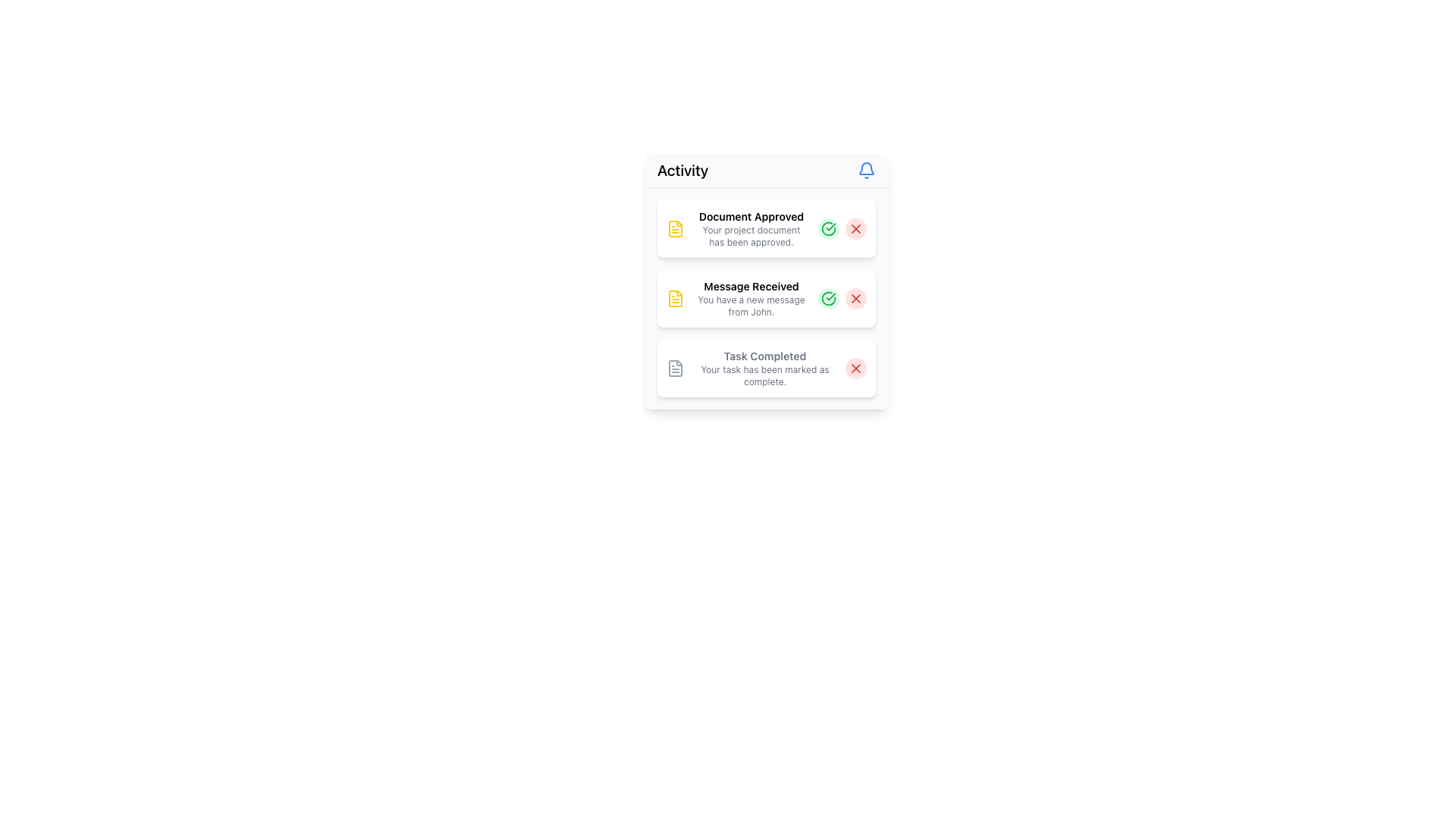  I want to click on text label displaying 'Document Approved' located towards the top left of the activity panel, above the subtext 'Your project document has been approved.', so click(751, 216).